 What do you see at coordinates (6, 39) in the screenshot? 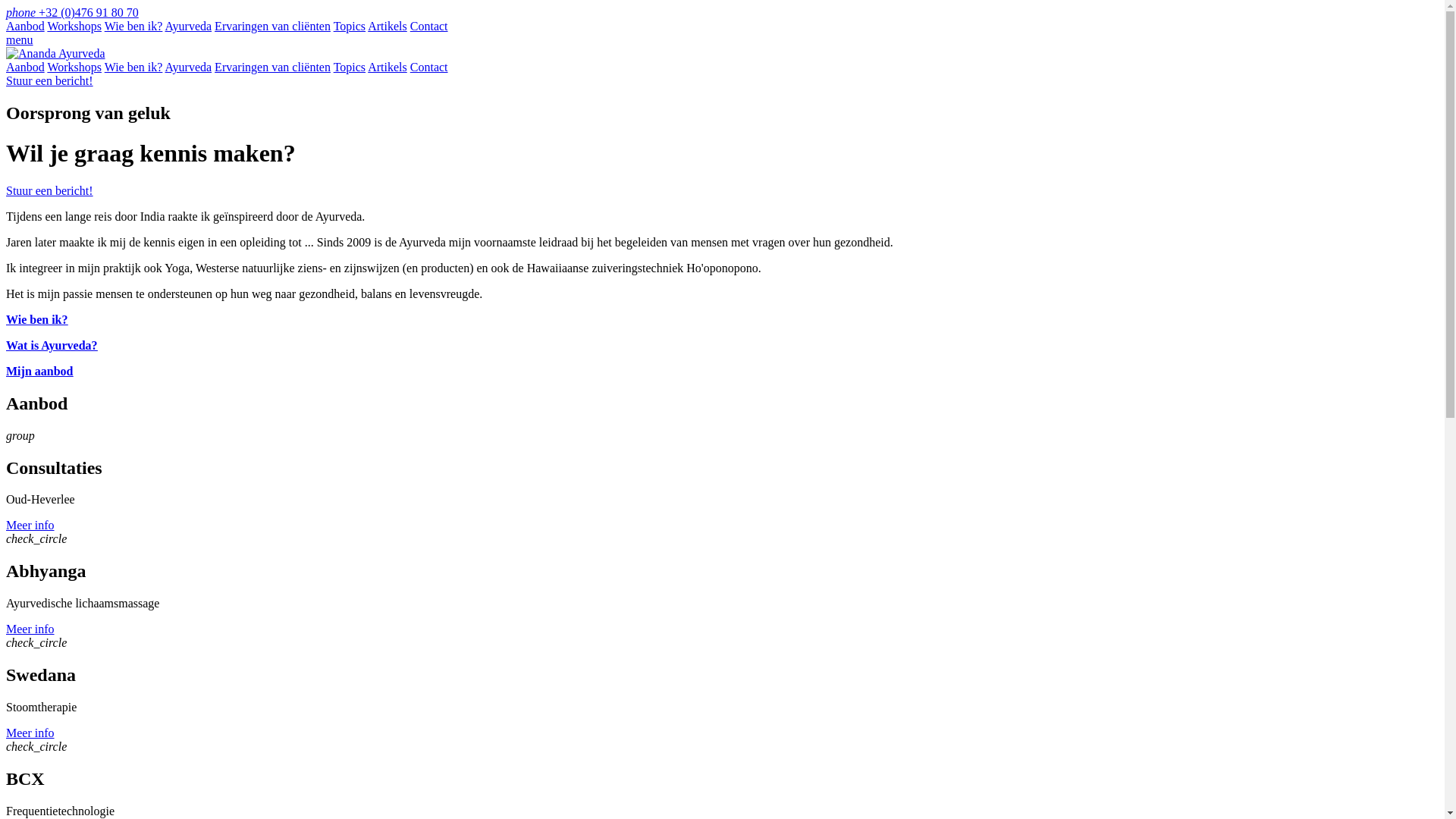
I see `'menu'` at bounding box center [6, 39].